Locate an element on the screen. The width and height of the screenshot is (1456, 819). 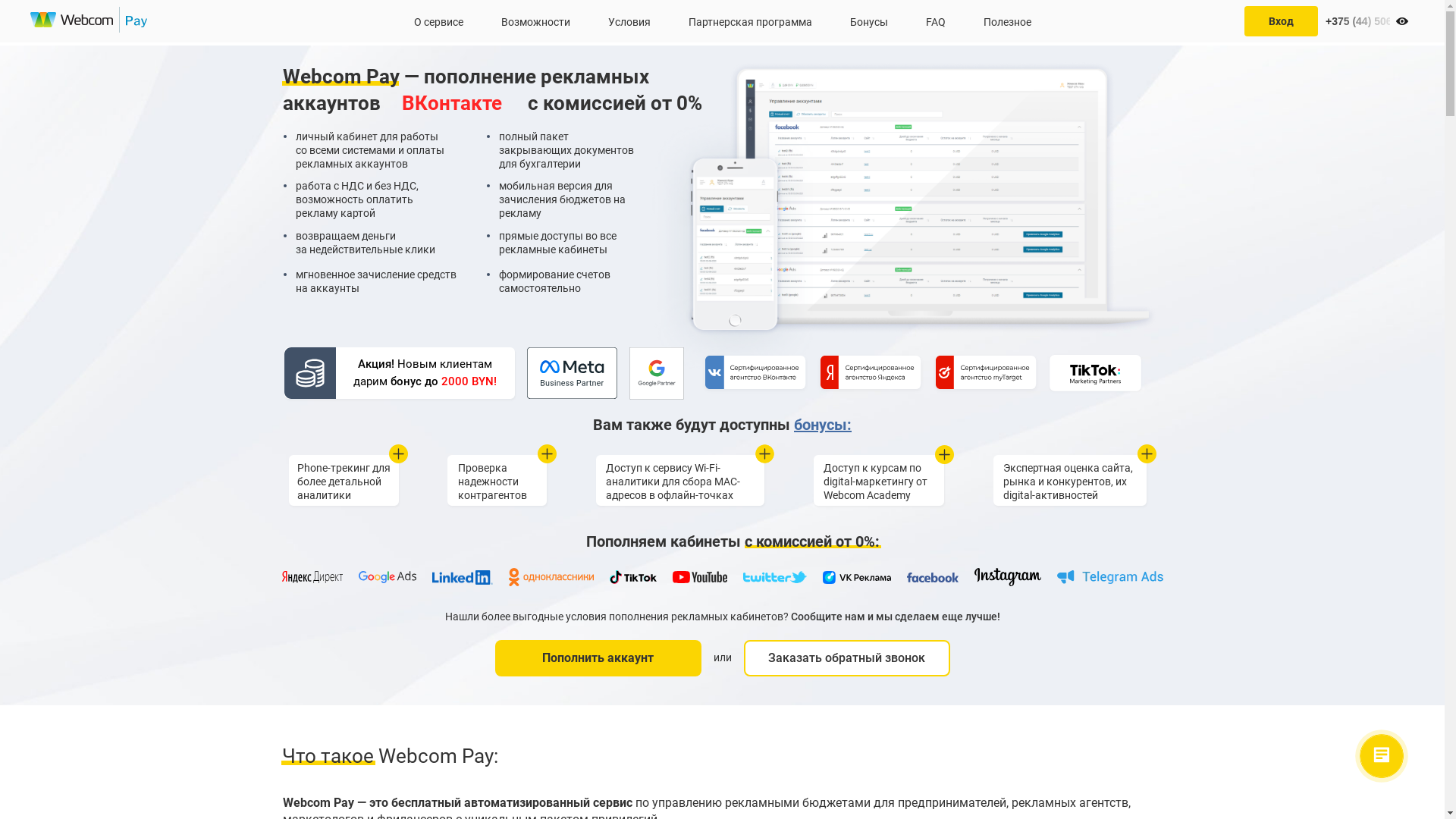
'FAQ' is located at coordinates (934, 20).